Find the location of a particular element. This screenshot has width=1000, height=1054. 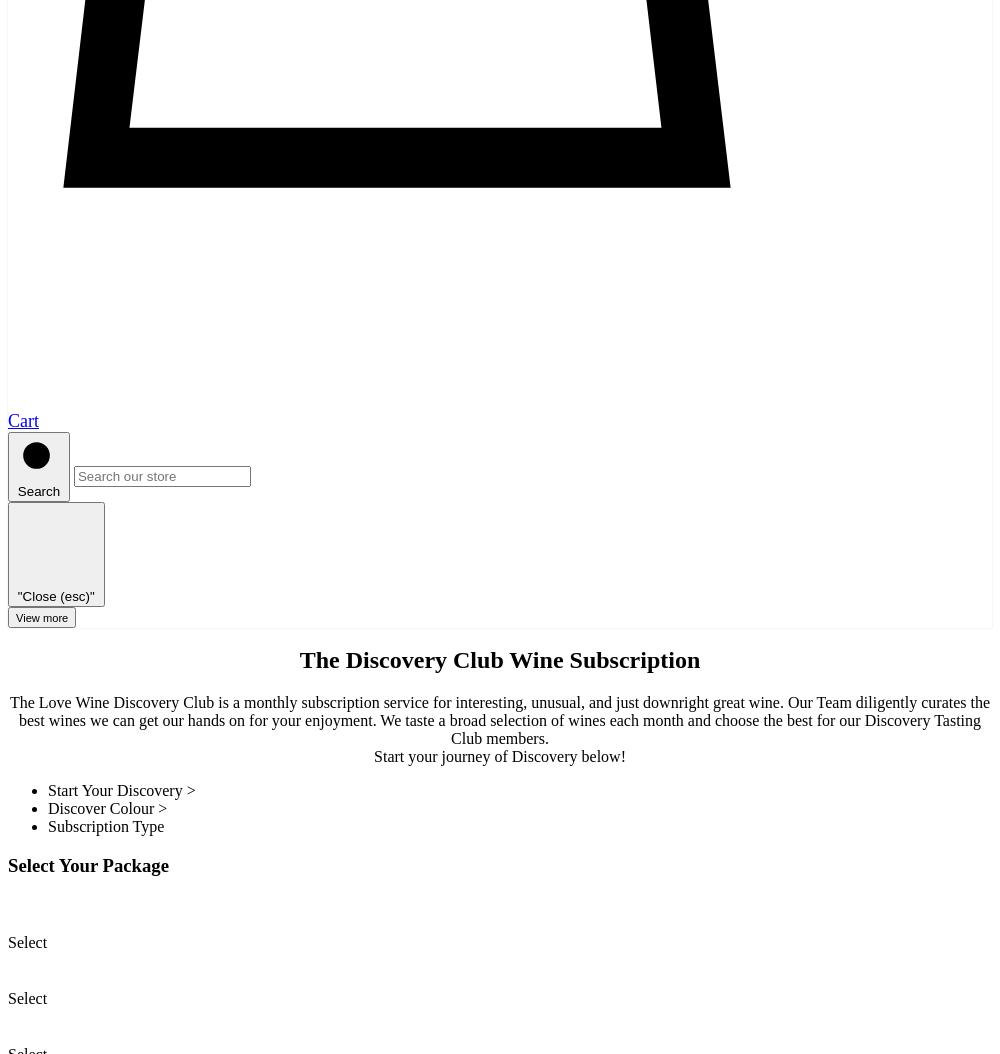

'Cart' is located at coordinates (23, 419).